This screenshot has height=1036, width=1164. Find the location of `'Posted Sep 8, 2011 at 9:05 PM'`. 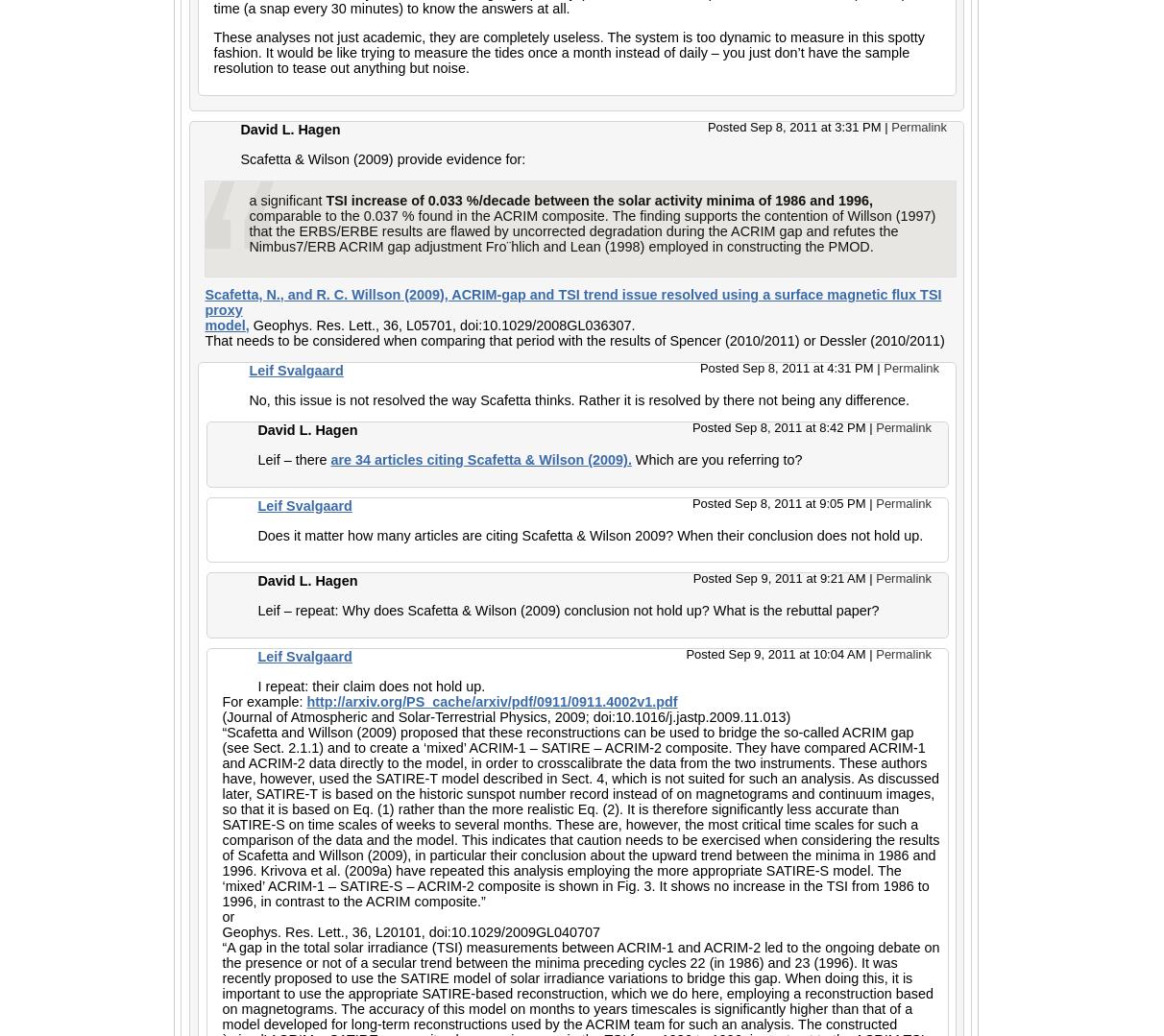

'Posted Sep 8, 2011 at 9:05 PM' is located at coordinates (779, 502).